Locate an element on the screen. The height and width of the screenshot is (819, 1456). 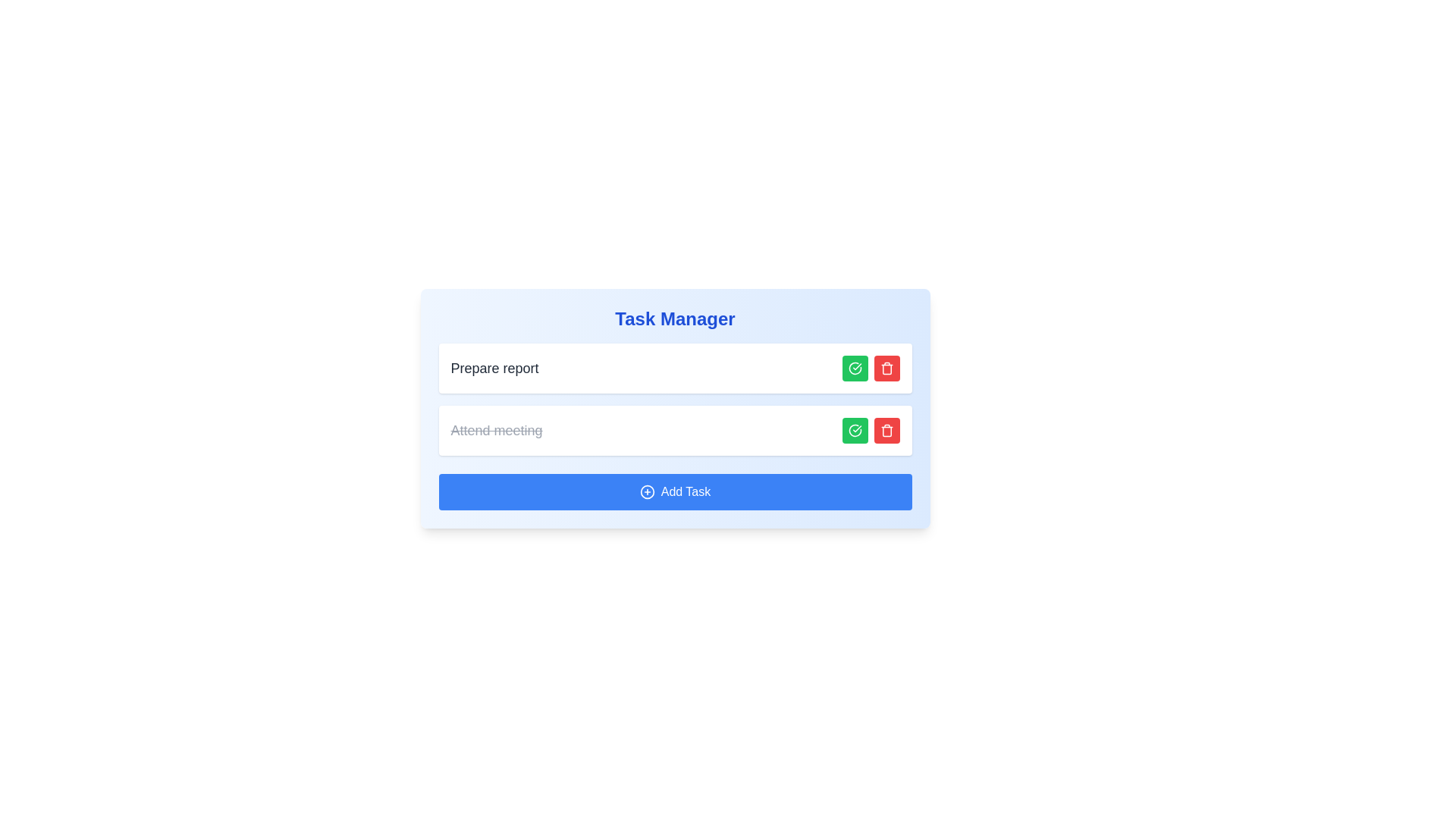
the Check icon button located on the right side of the second task row in the task manager interface to mark the task 'Attend meeting' as complete is located at coordinates (855, 430).